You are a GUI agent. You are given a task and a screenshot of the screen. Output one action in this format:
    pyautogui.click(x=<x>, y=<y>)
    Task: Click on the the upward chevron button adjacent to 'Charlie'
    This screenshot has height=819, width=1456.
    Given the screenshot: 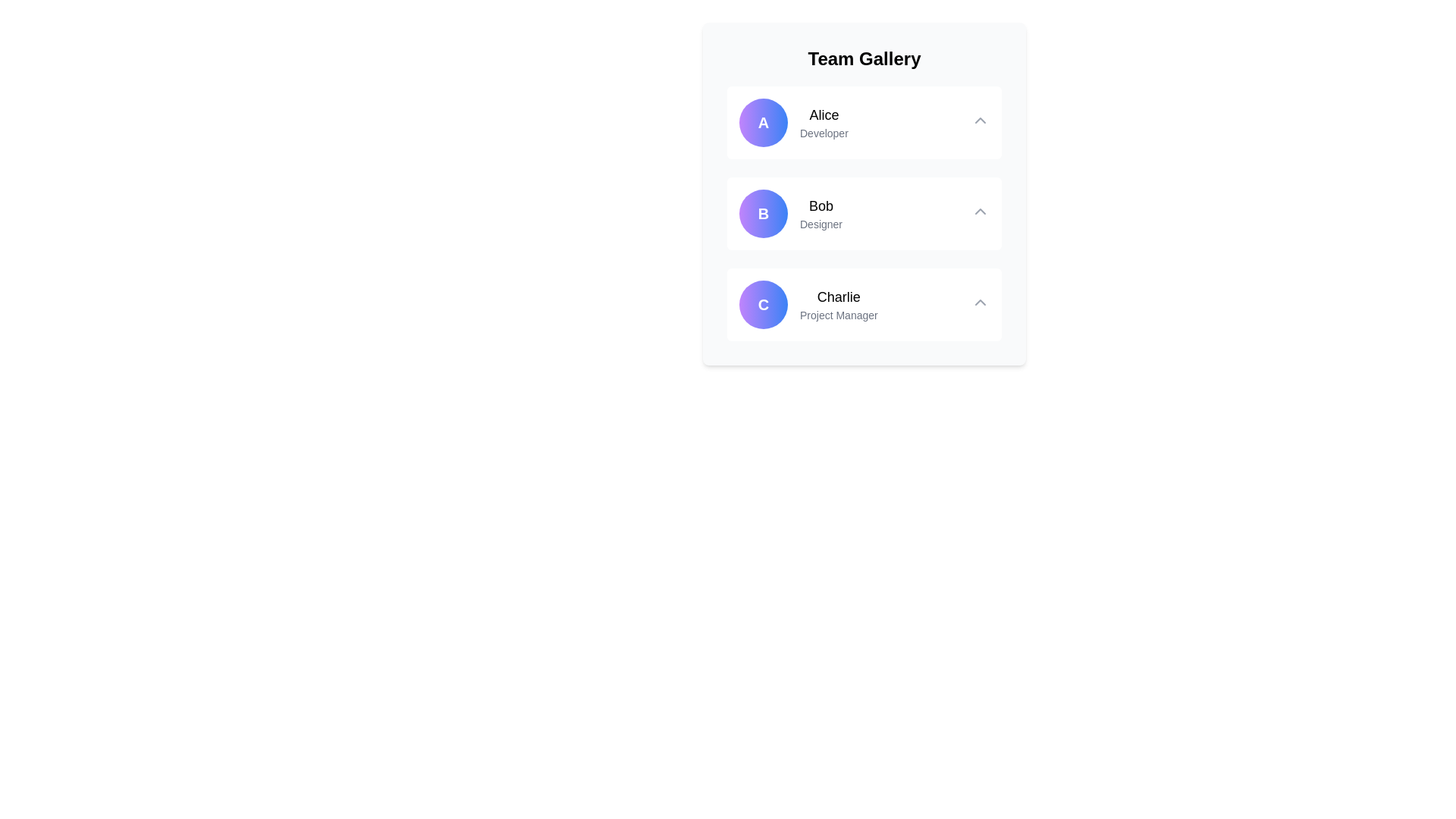 What is the action you would take?
    pyautogui.click(x=980, y=302)
    